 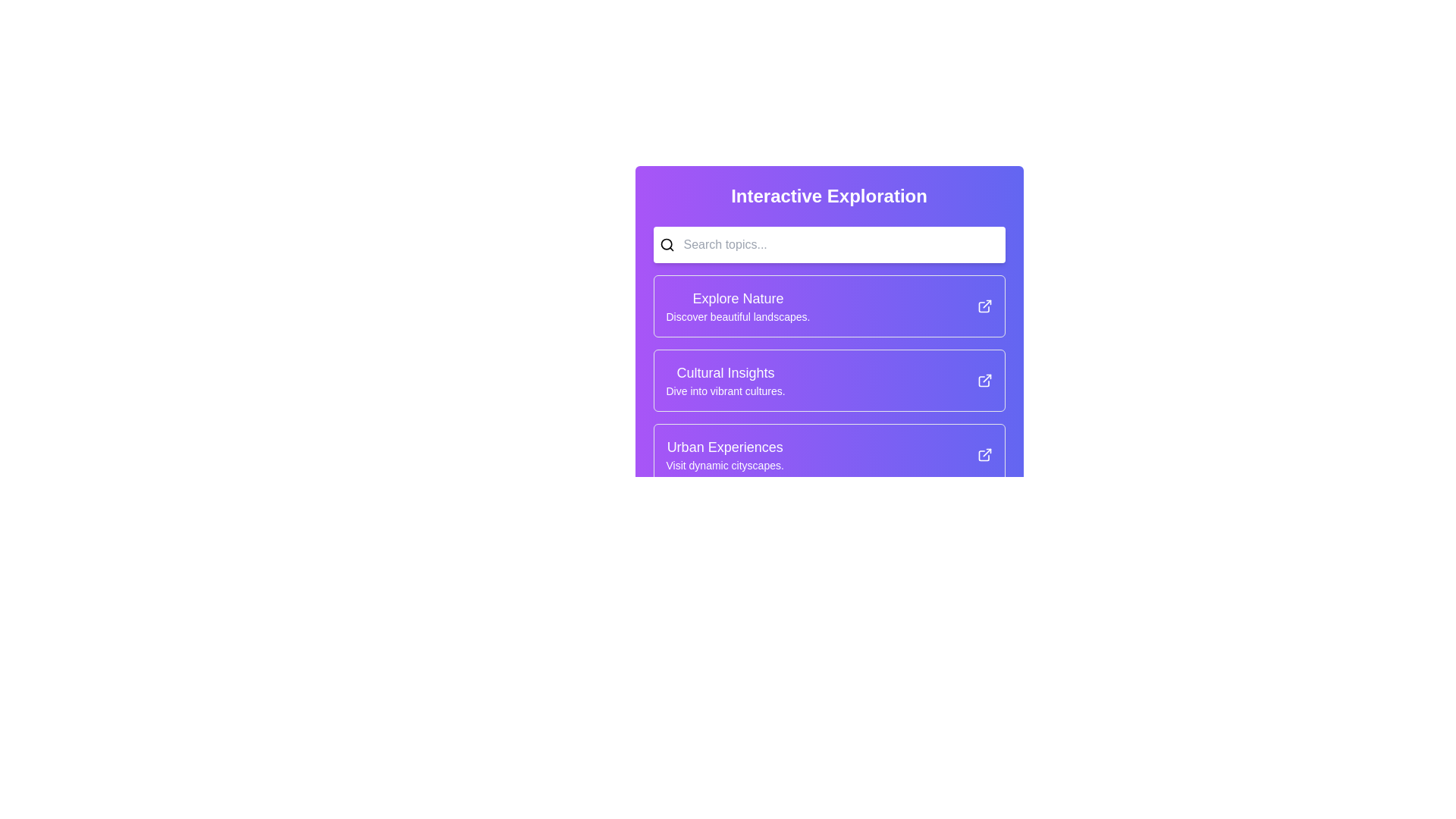 I want to click on the icon on the far right side of the 'Explore Nature' section, so click(x=984, y=306).